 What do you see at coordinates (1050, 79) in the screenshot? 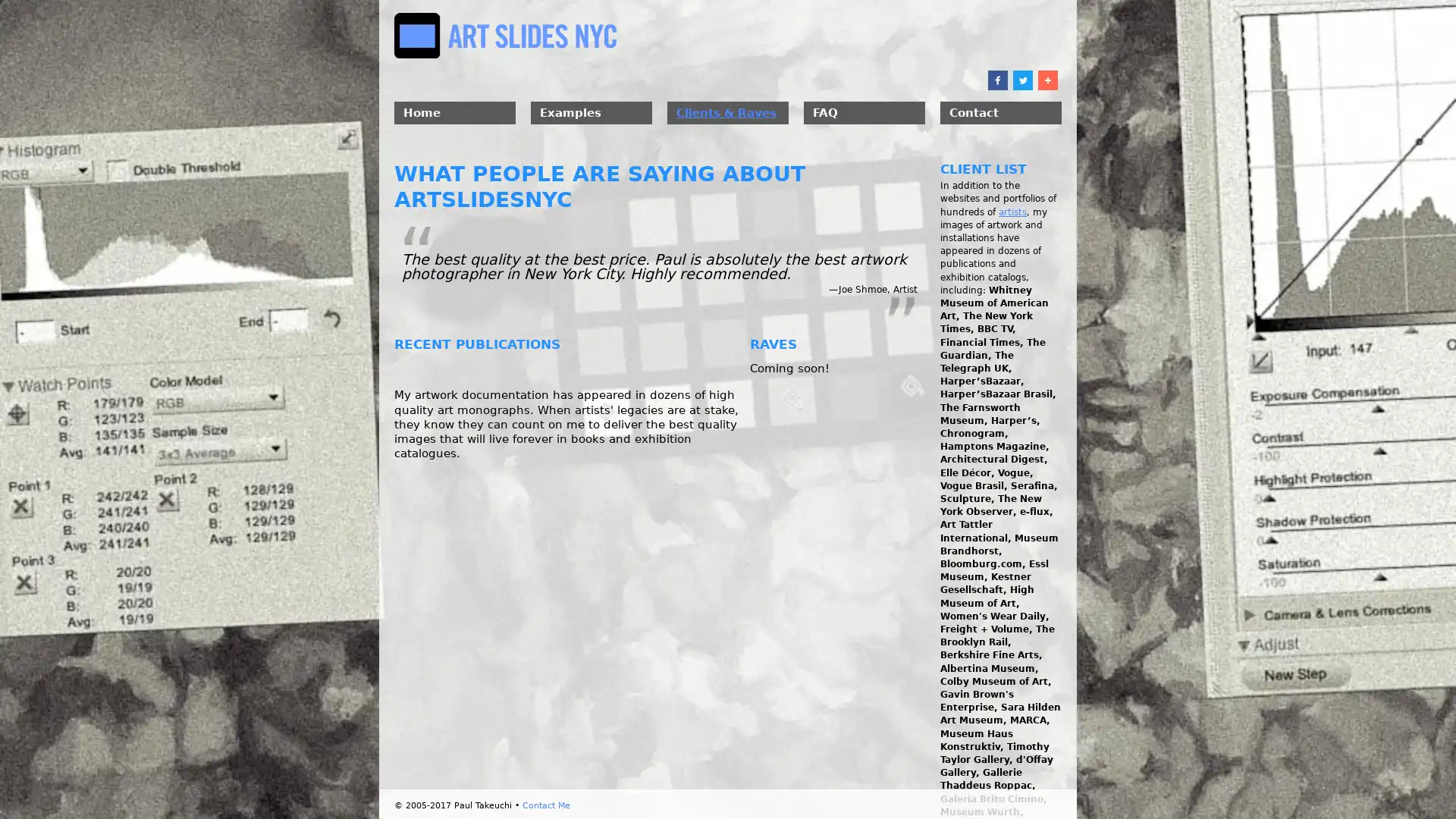
I see `Share to More` at bounding box center [1050, 79].